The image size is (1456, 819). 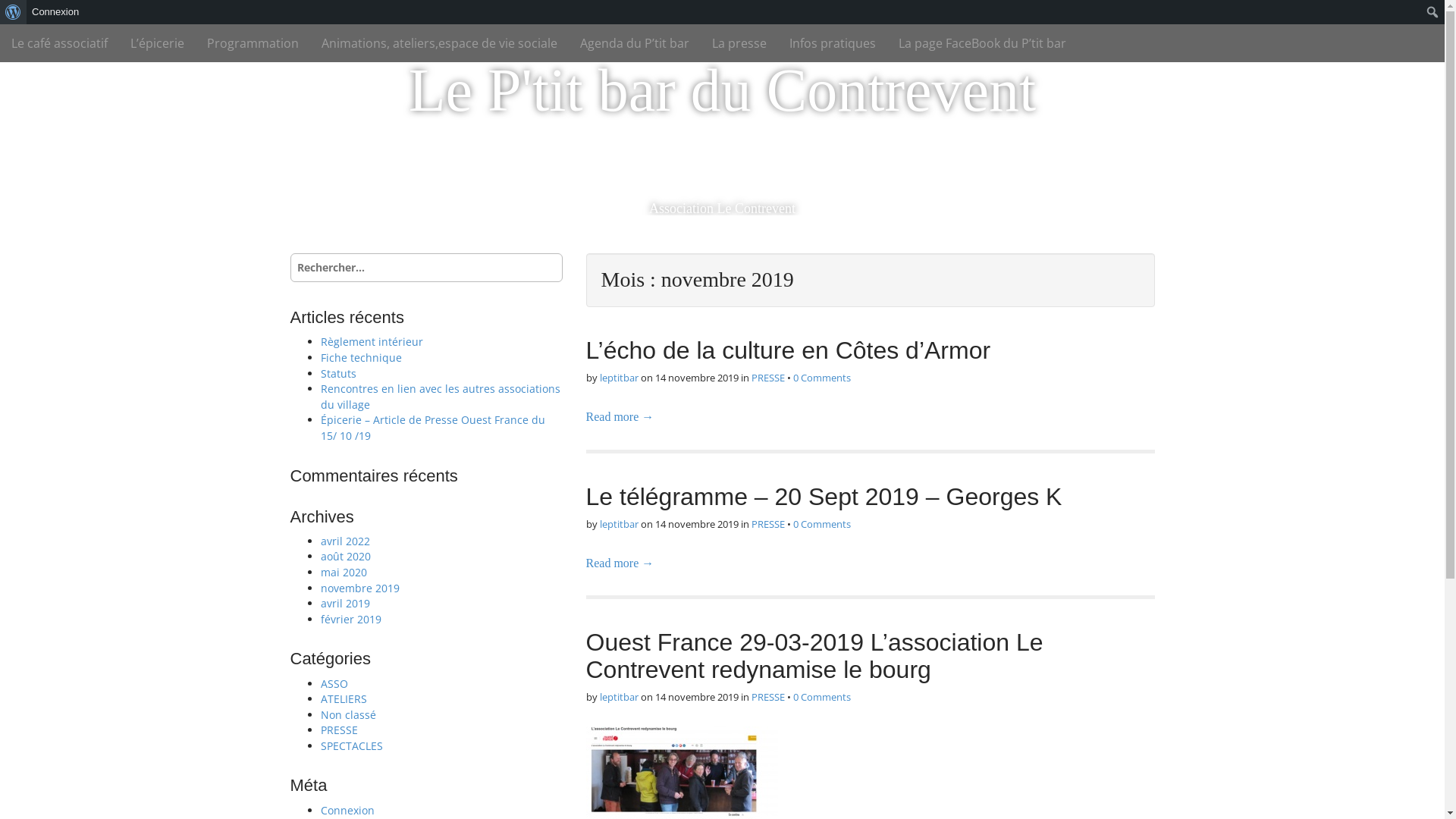 I want to click on 'Fiche technique', so click(x=359, y=357).